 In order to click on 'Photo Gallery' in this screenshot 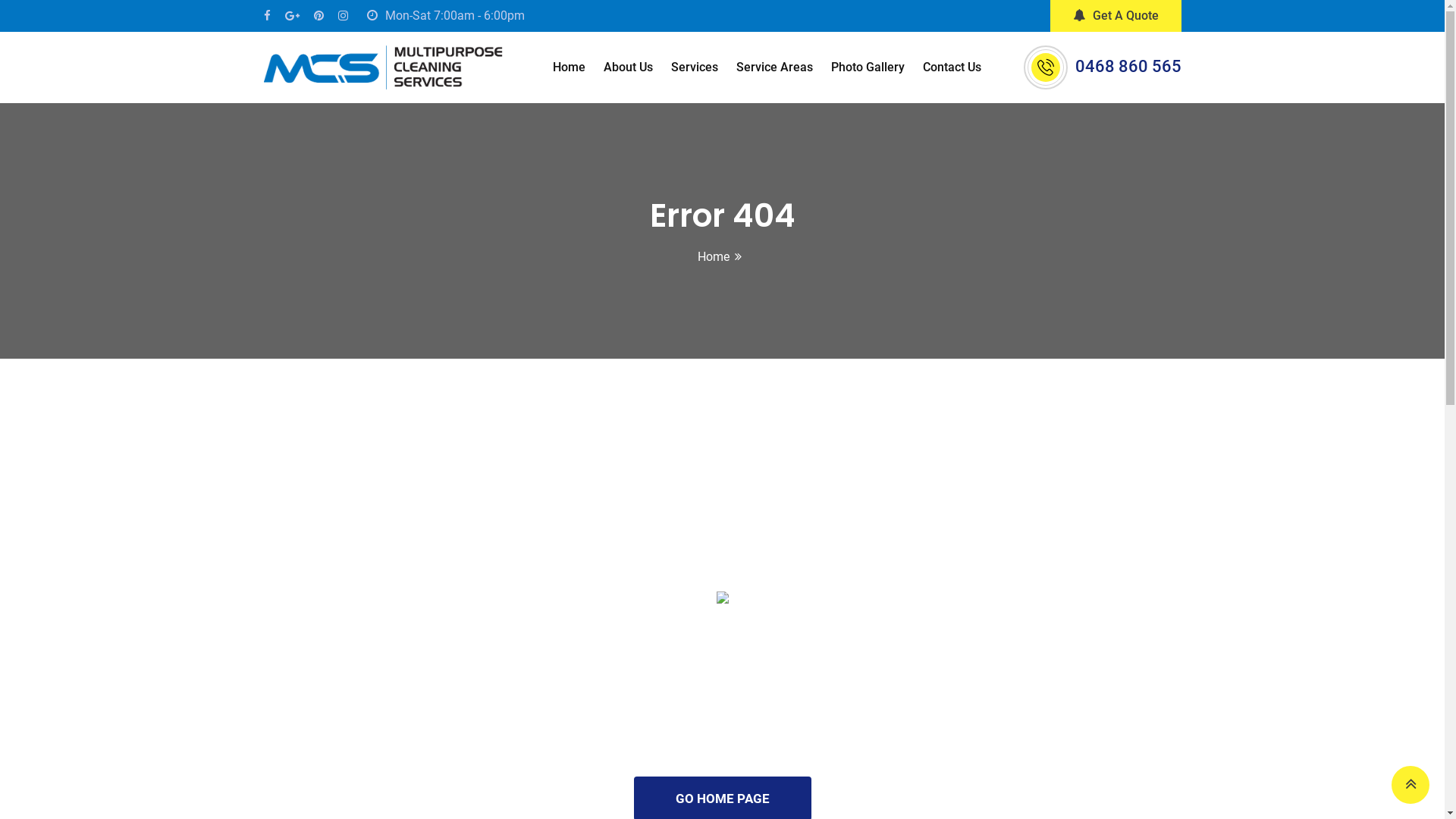, I will do `click(868, 66)`.